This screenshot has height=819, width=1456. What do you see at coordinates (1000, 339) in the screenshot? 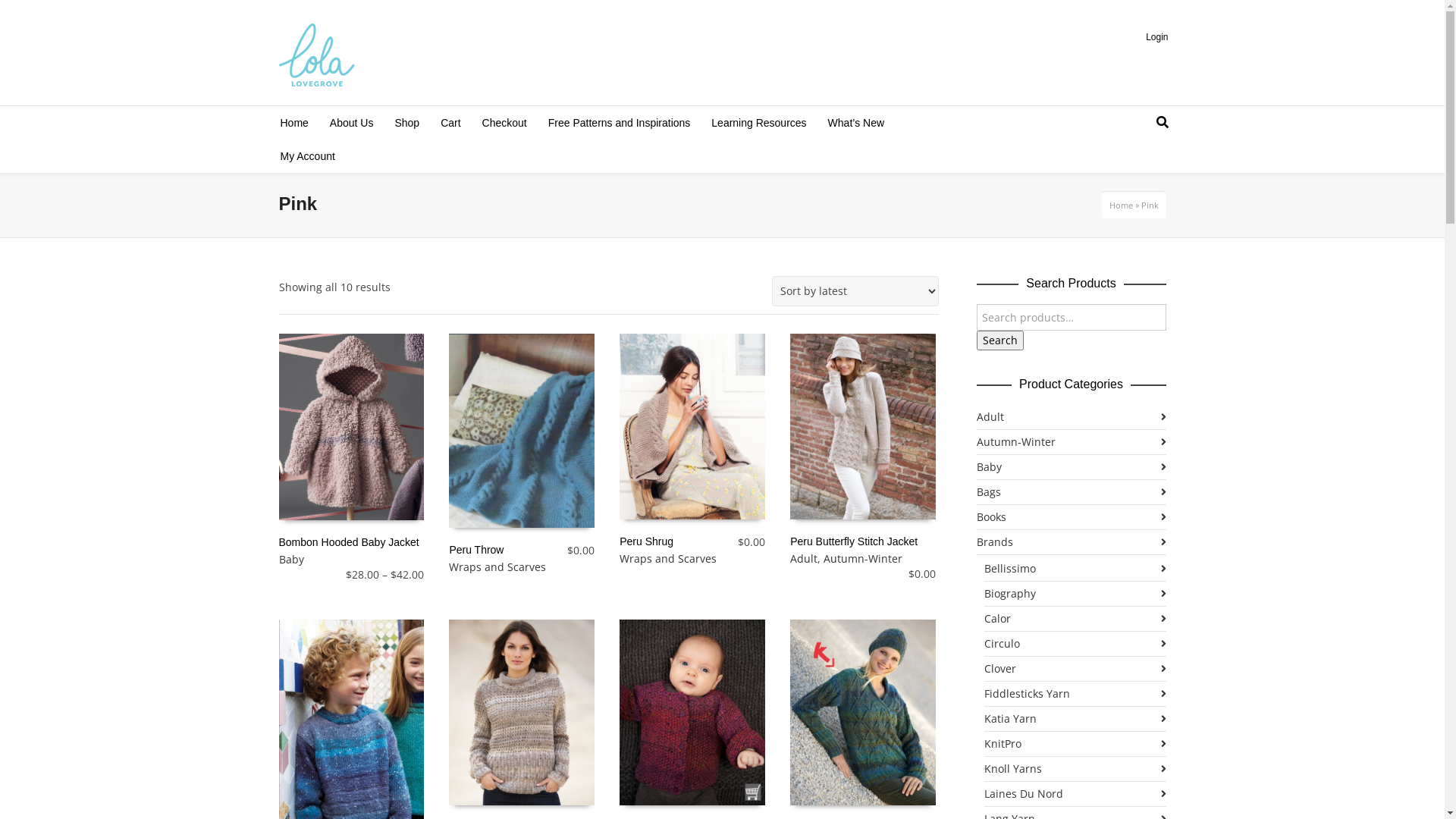
I see `'Search'` at bounding box center [1000, 339].